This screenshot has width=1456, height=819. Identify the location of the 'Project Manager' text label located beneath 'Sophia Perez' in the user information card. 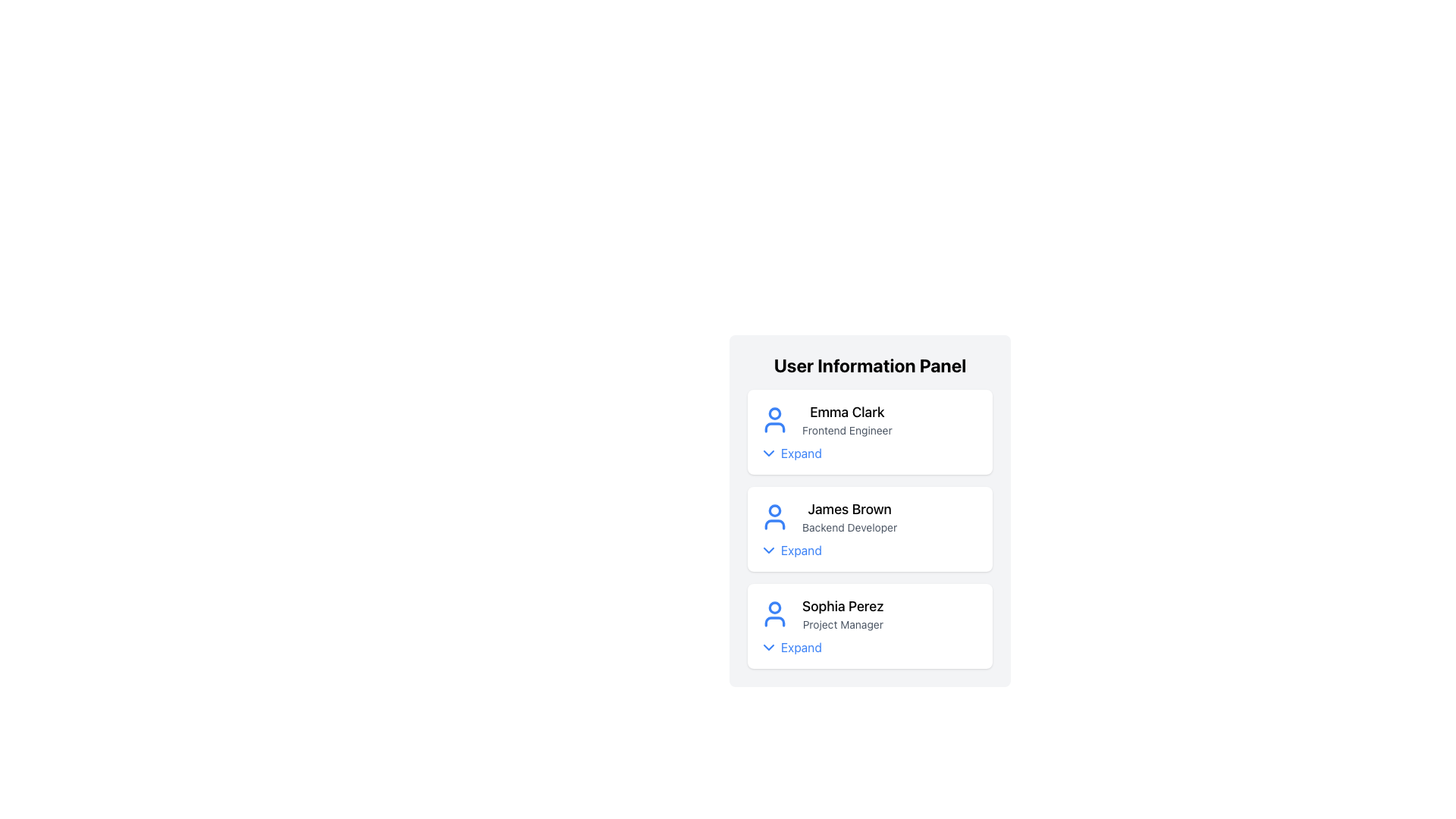
(842, 625).